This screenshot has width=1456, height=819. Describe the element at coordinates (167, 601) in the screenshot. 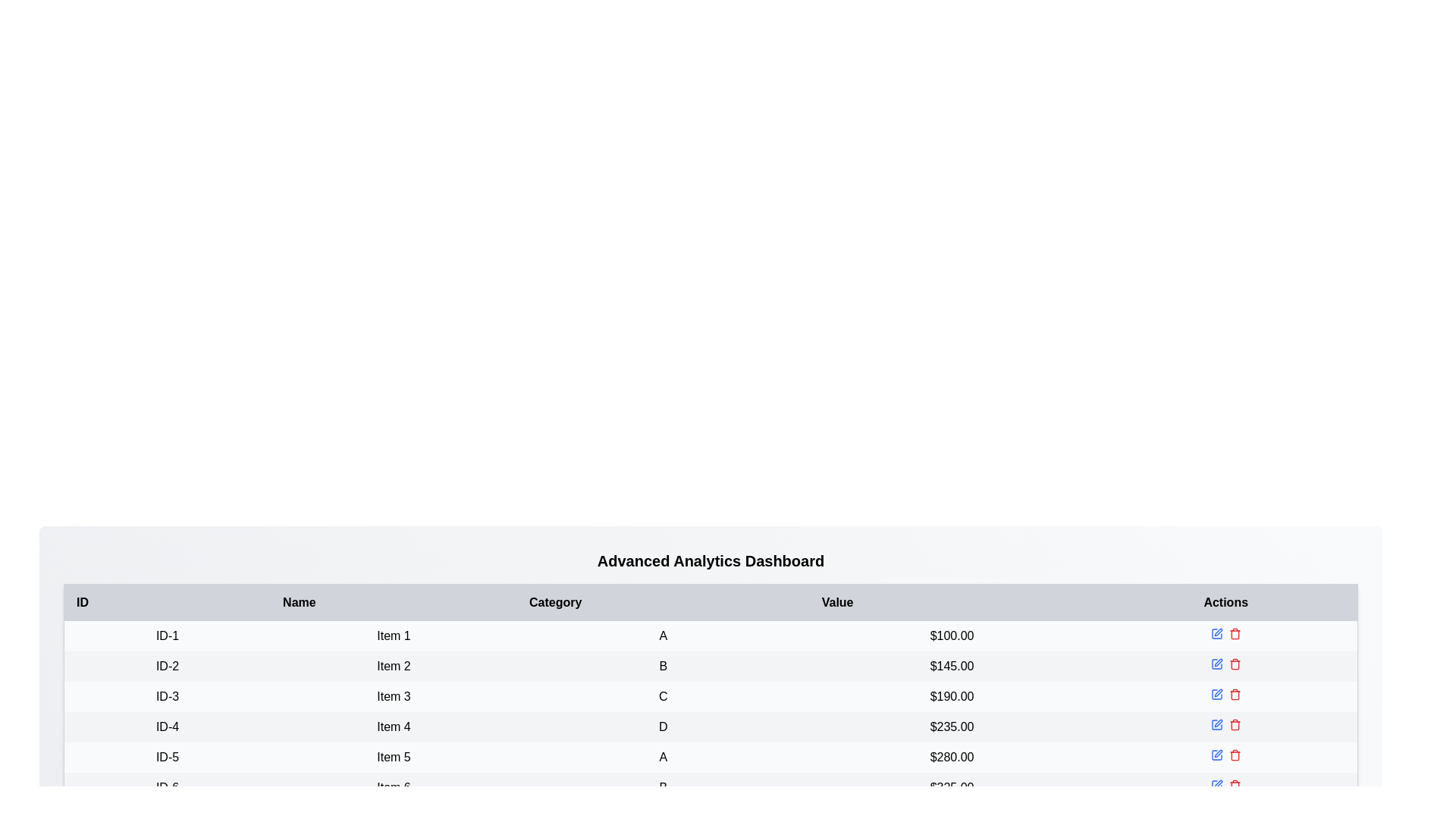

I see `the table header to sort by ID` at that location.